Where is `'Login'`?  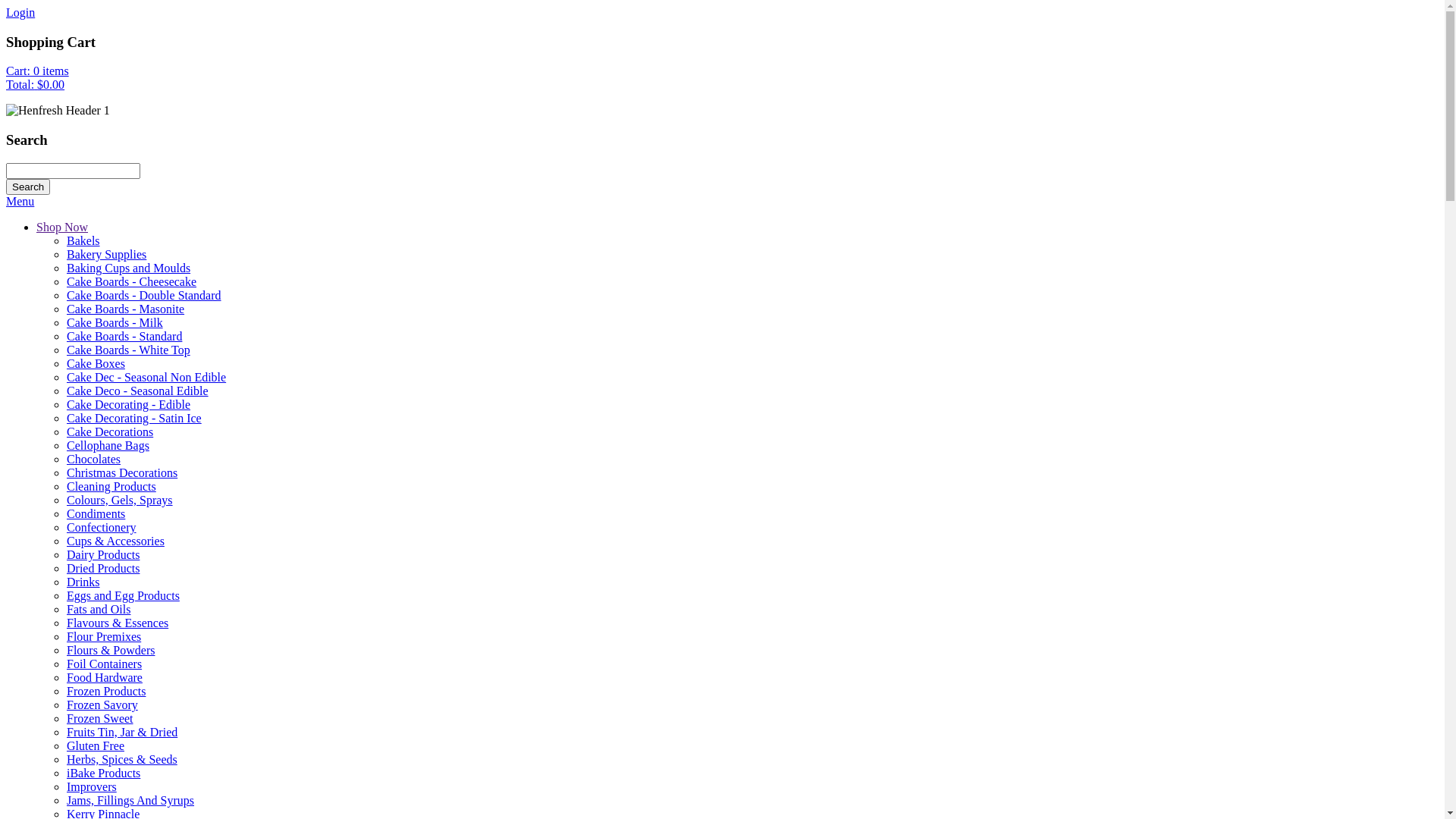
'Login' is located at coordinates (20, 12).